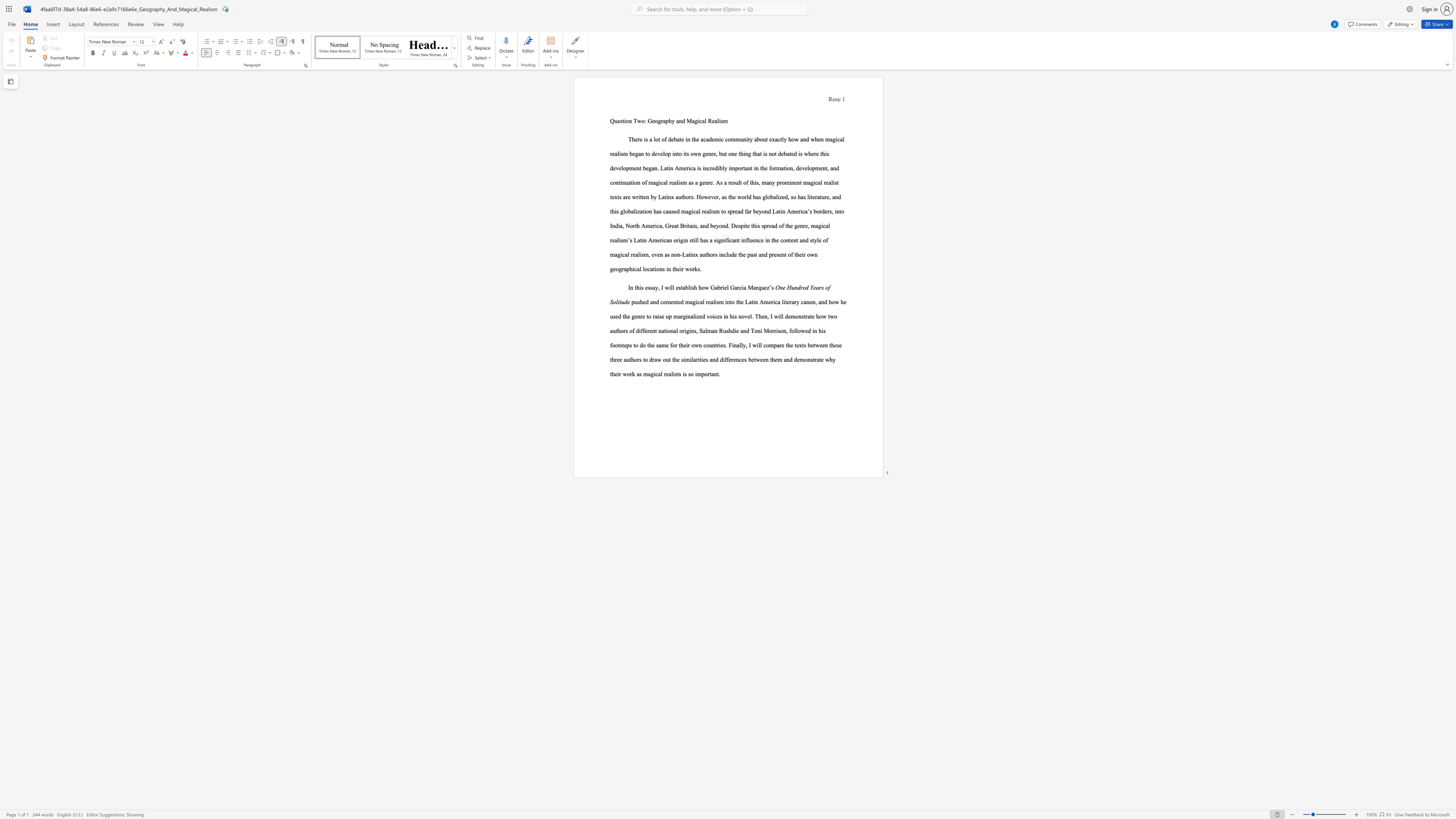  Describe the element at coordinates (706, 287) in the screenshot. I see `the 1th character "w" in the text` at that location.